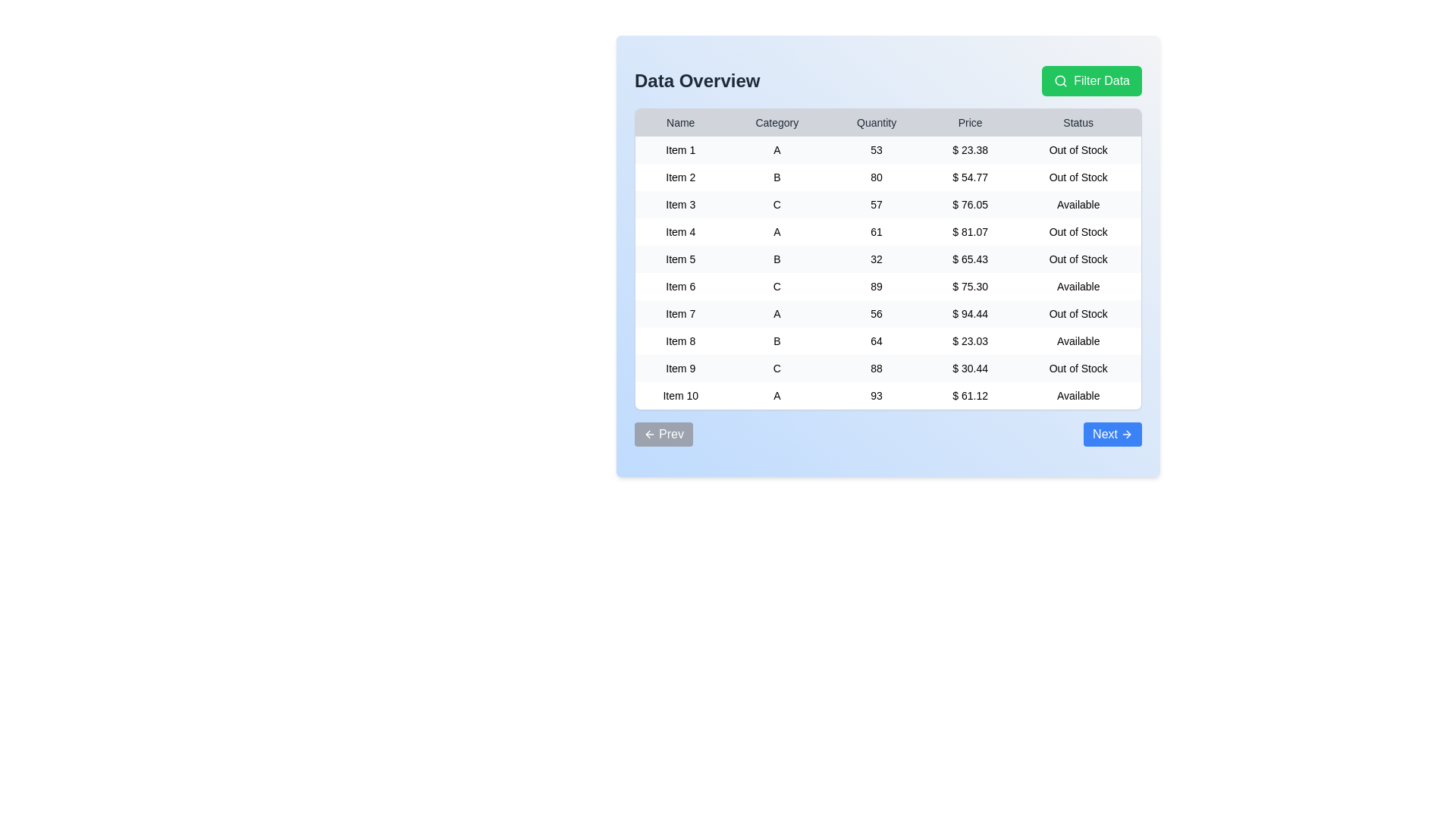  What do you see at coordinates (664, 435) in the screenshot?
I see `the Prev button in the footer` at bounding box center [664, 435].